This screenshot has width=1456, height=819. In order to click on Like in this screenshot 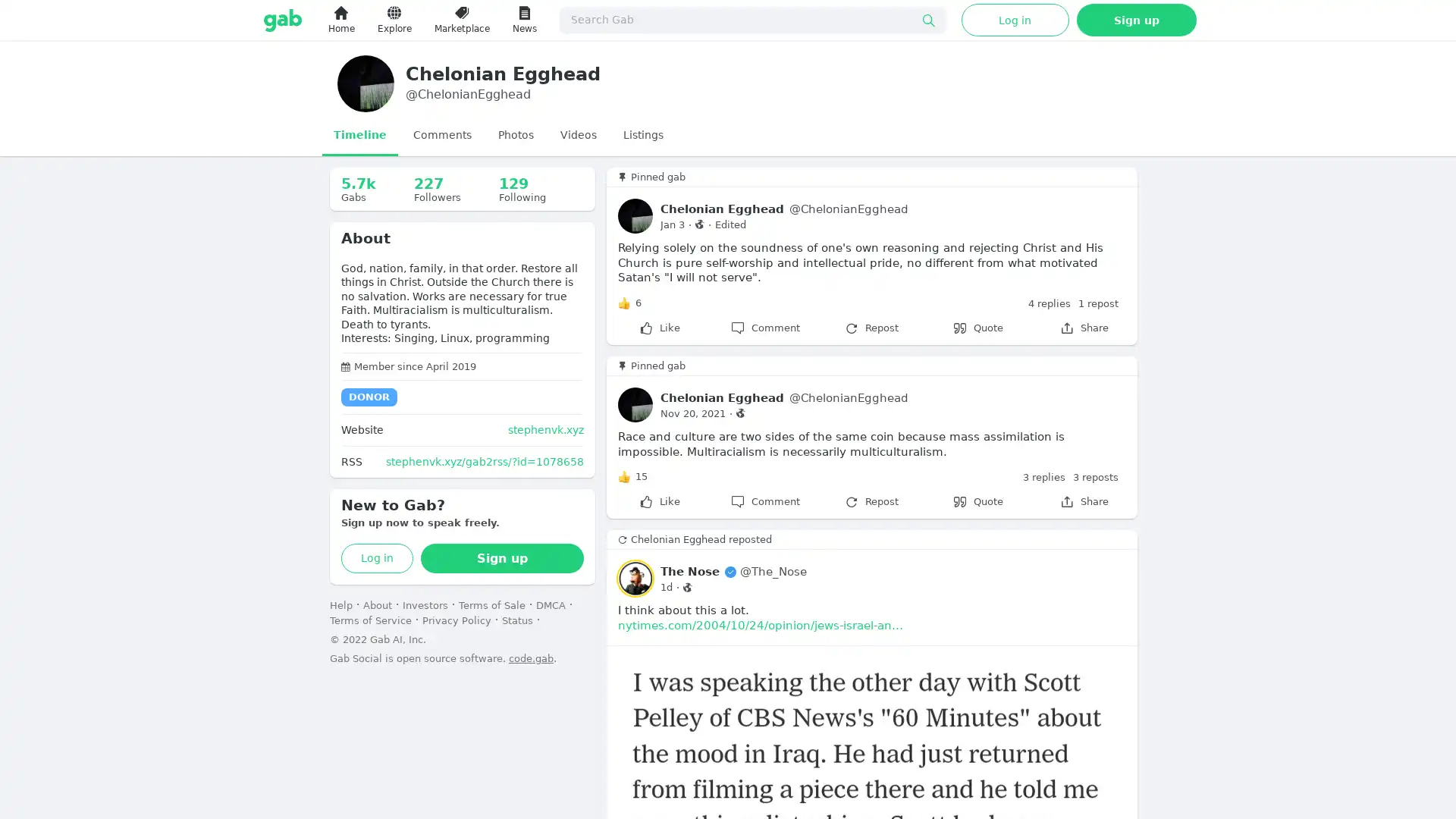, I will do `click(659, 502)`.